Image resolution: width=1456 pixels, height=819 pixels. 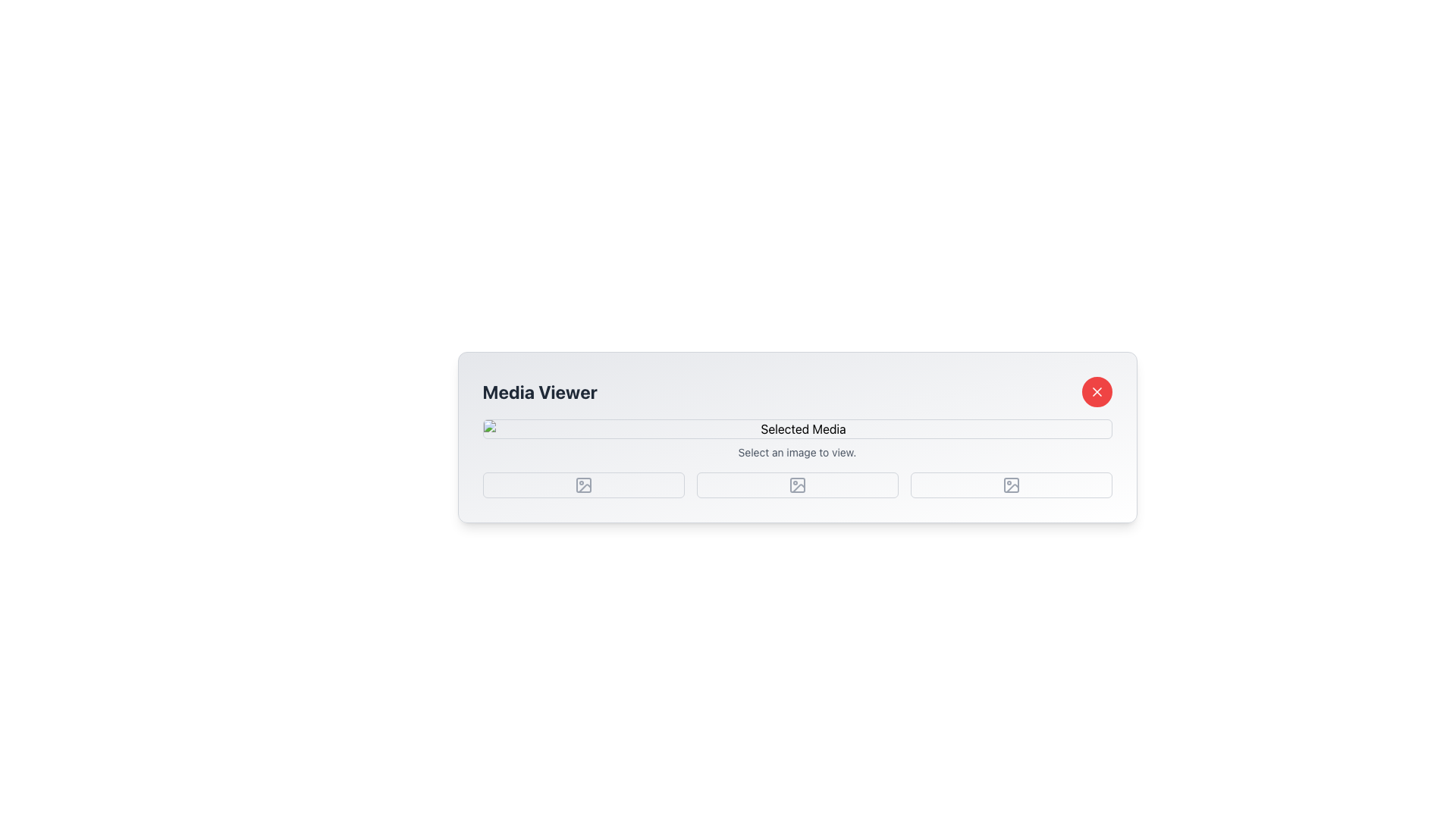 What do you see at coordinates (796, 485) in the screenshot?
I see `the image selection icon located in the middle of five evenly spaced image-related icons in the 'Selected Media' section` at bounding box center [796, 485].